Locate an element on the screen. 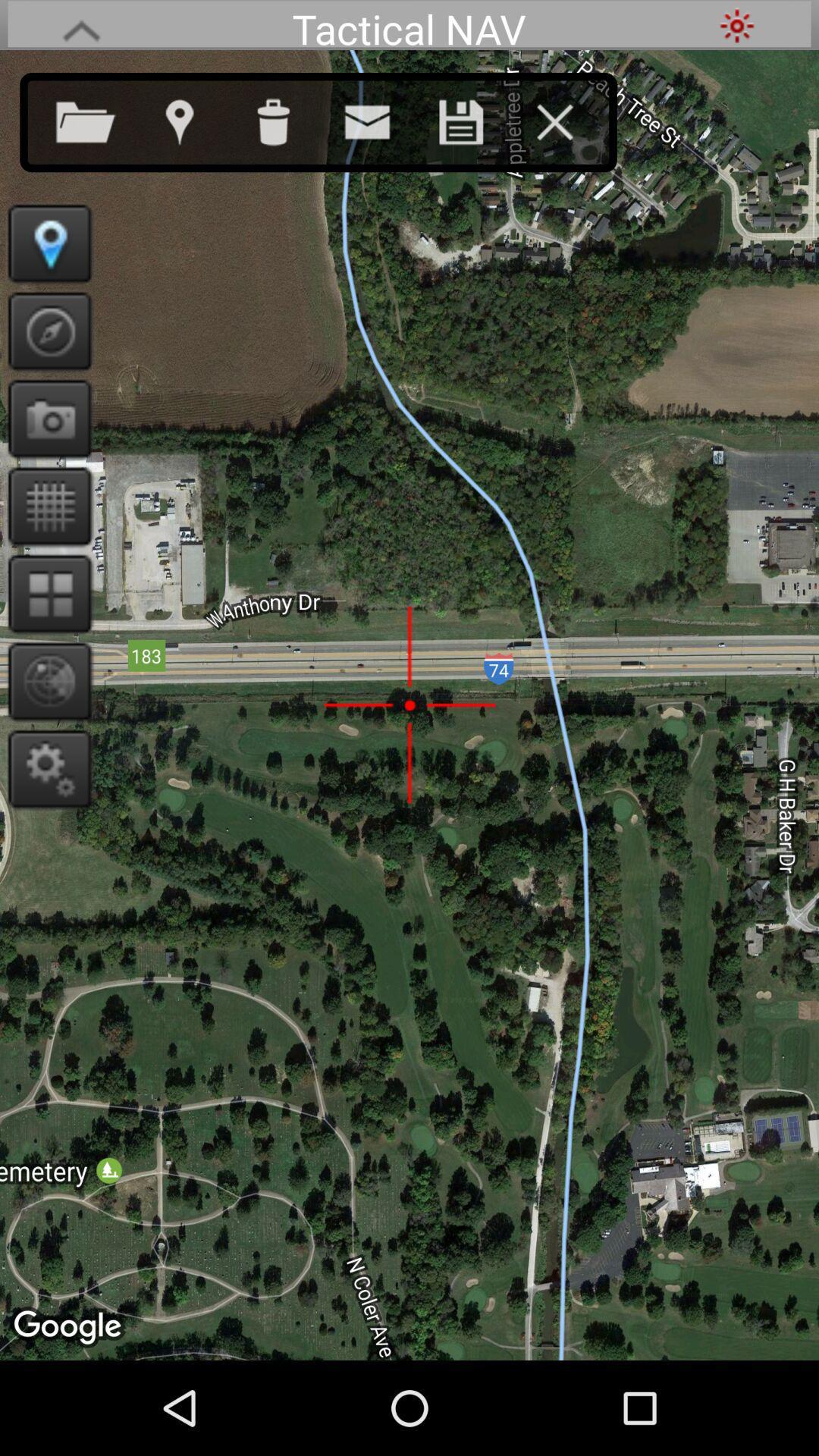 The height and width of the screenshot is (1456, 819). the icon next to the tactical nav icon is located at coordinates (81, 25).